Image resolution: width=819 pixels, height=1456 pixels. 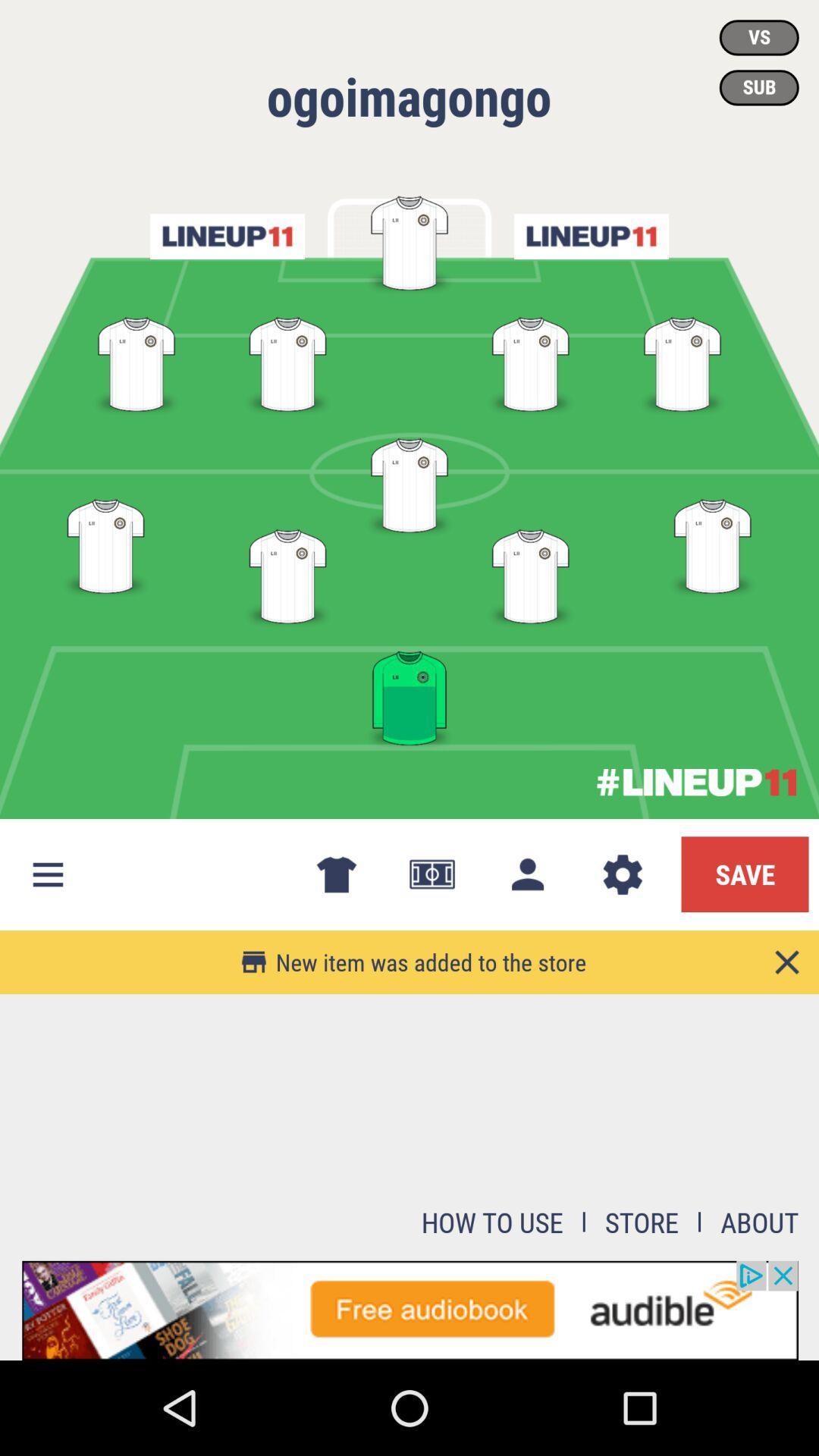 I want to click on the close icon, so click(x=786, y=961).